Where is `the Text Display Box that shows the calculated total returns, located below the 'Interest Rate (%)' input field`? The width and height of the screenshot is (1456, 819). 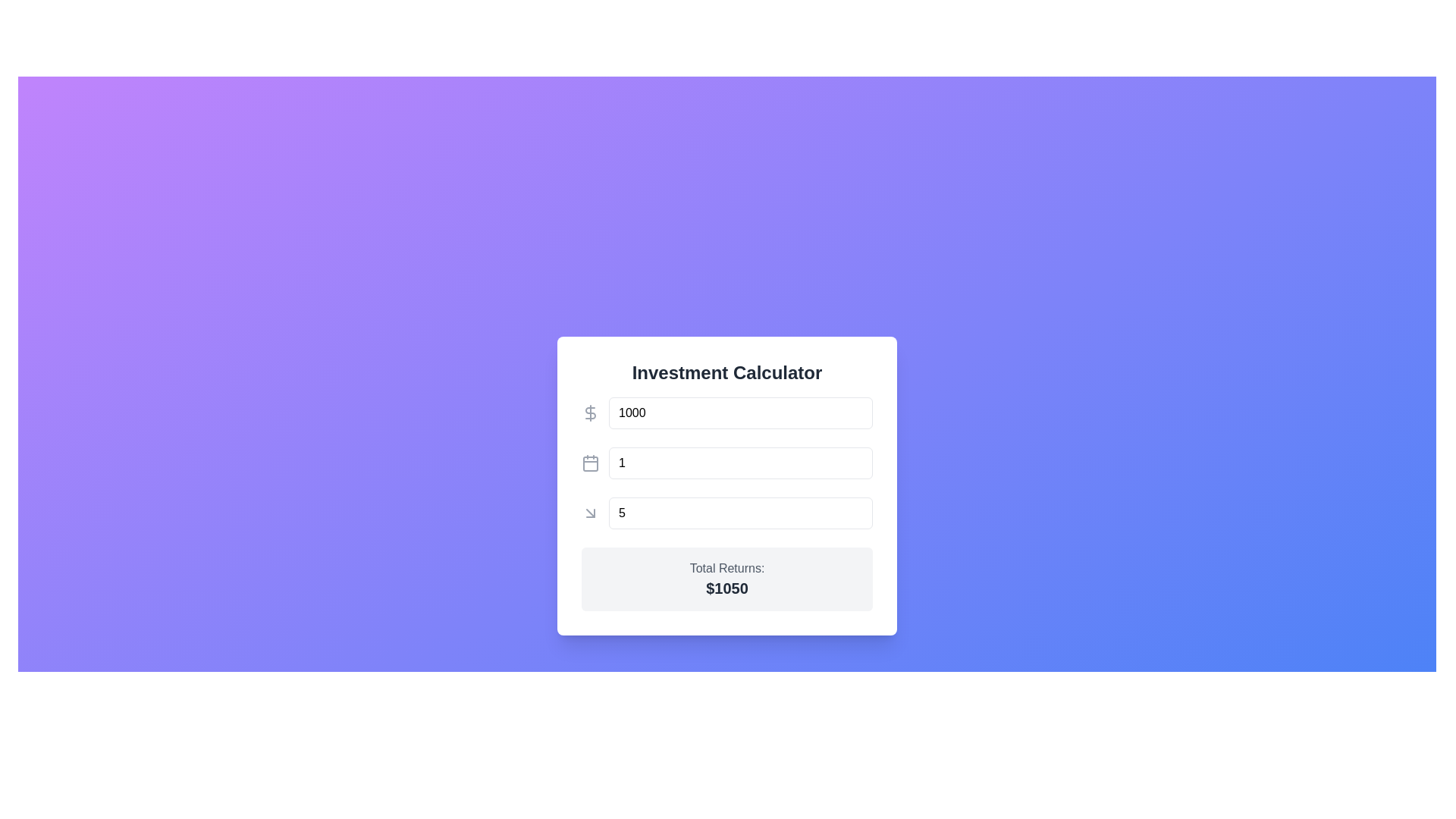
the Text Display Box that shows the calculated total returns, located below the 'Interest Rate (%)' input field is located at coordinates (726, 579).